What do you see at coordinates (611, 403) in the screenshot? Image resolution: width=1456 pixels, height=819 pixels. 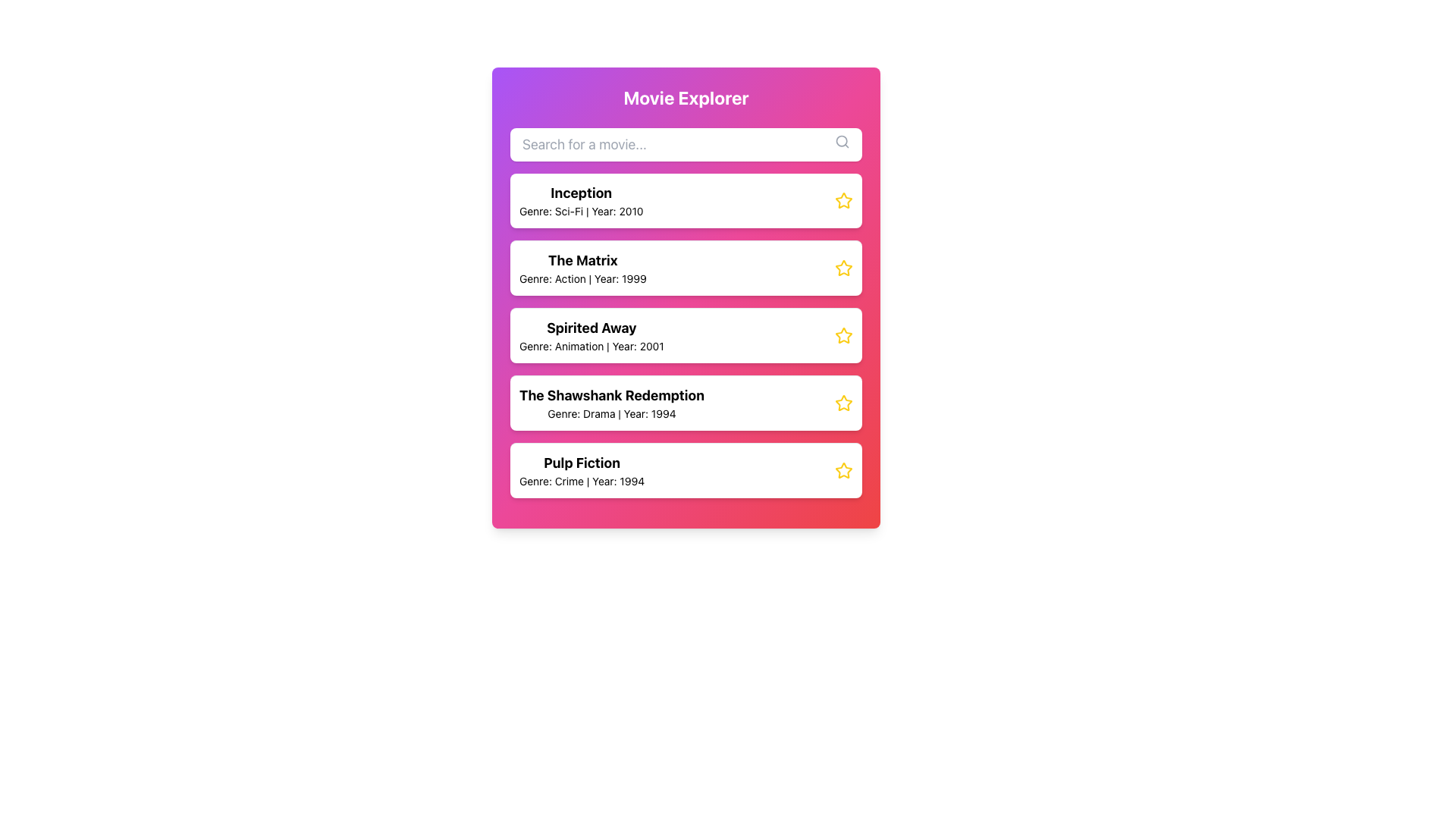 I see `the text block displaying information about the movie 'The Shawshank Redemption' located in the third card under 'Movie Explorer'` at bounding box center [611, 403].